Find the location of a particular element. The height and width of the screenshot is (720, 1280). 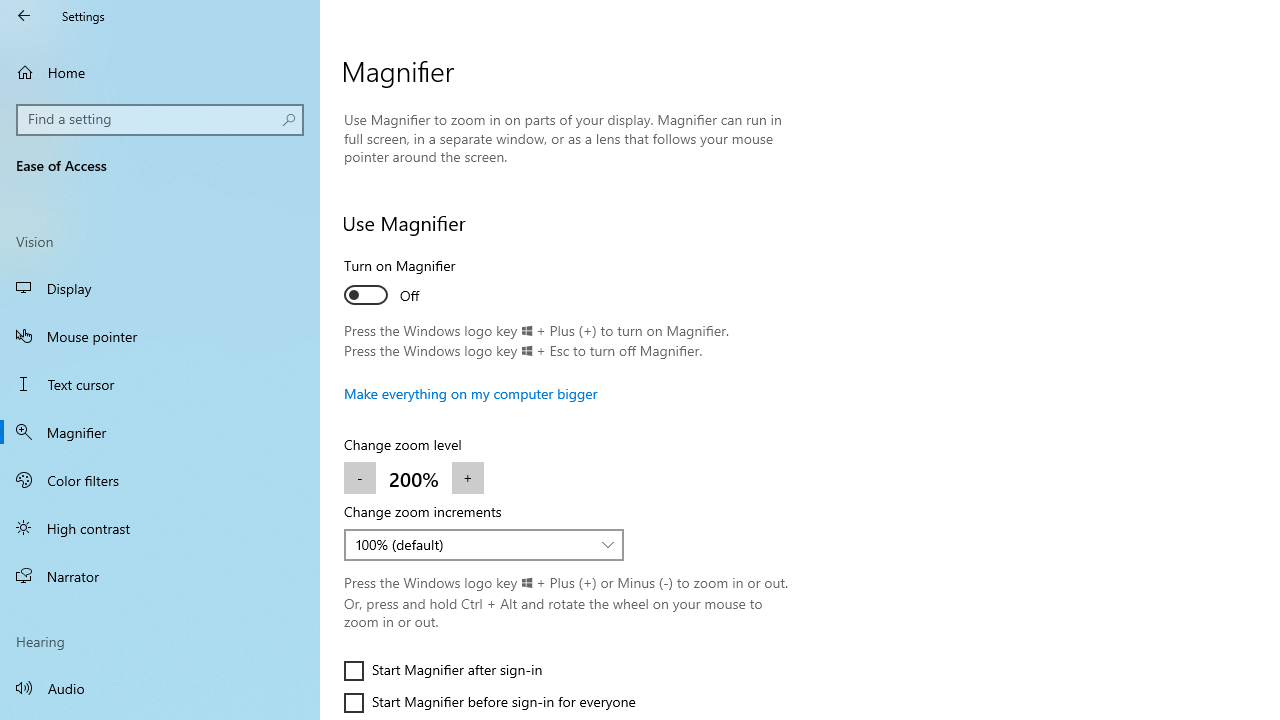

'Mouse pointer' is located at coordinates (160, 334).